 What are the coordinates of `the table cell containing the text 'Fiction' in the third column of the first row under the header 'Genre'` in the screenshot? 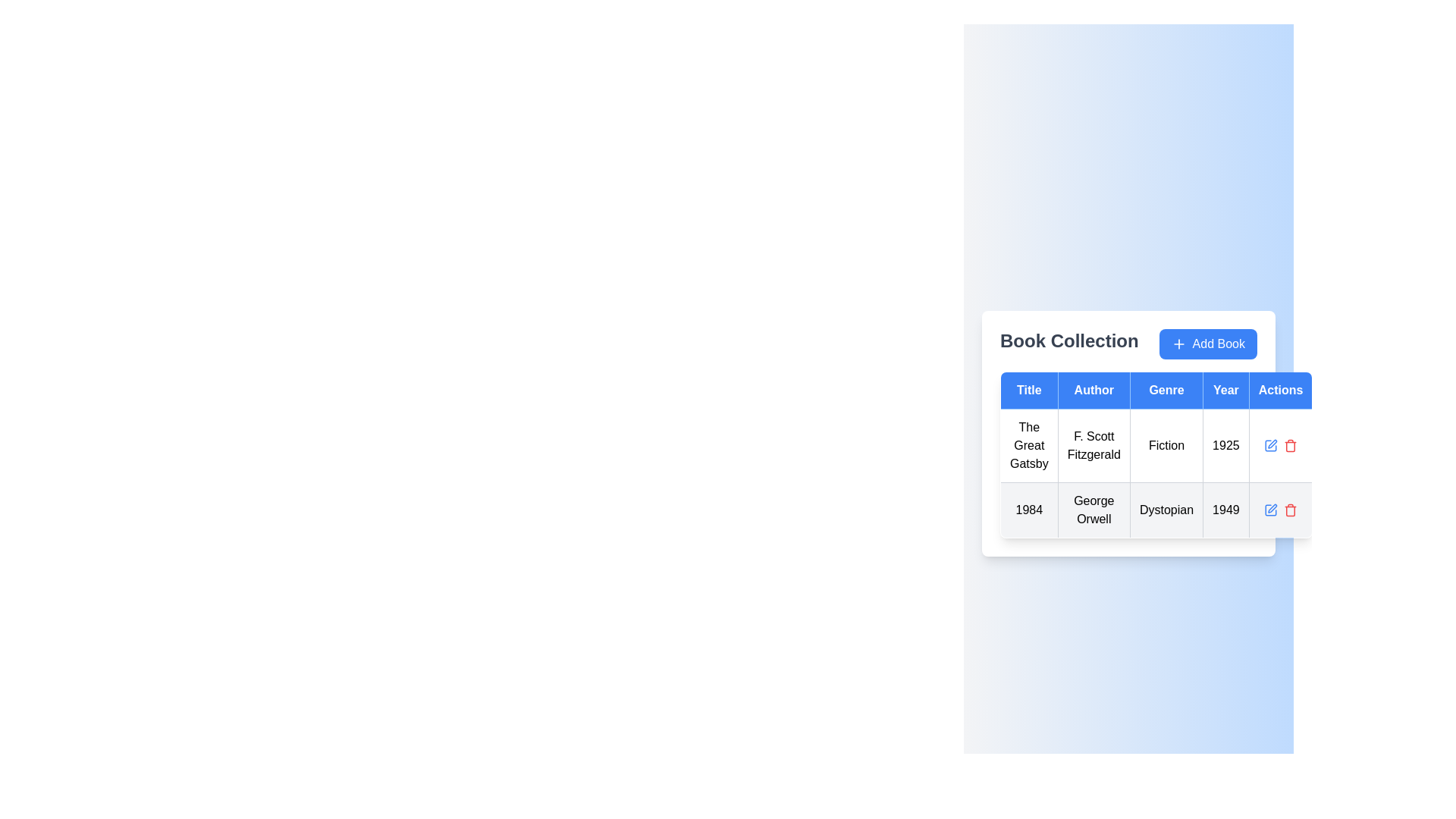 It's located at (1166, 444).